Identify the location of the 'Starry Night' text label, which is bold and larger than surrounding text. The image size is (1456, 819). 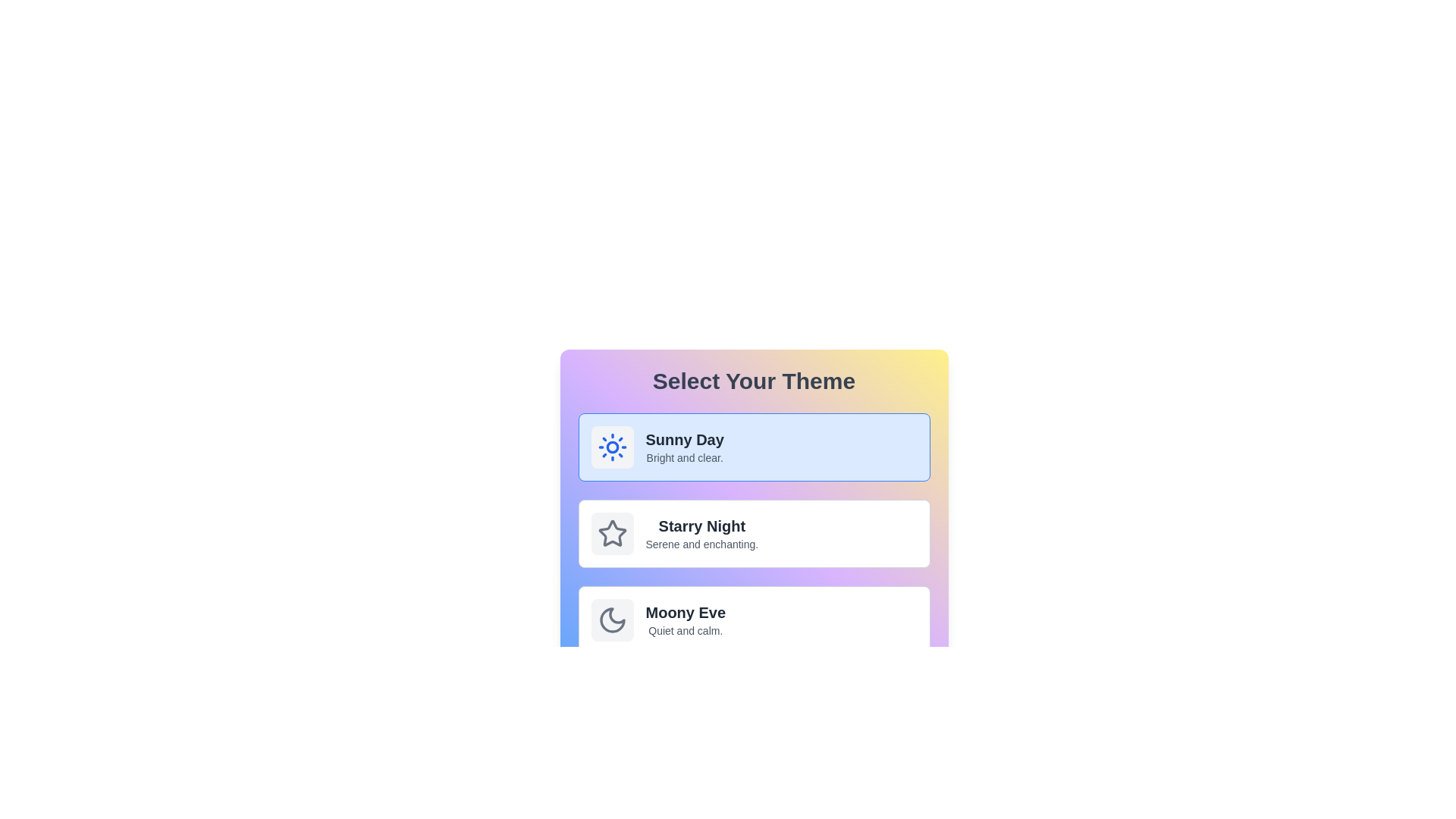
(701, 526).